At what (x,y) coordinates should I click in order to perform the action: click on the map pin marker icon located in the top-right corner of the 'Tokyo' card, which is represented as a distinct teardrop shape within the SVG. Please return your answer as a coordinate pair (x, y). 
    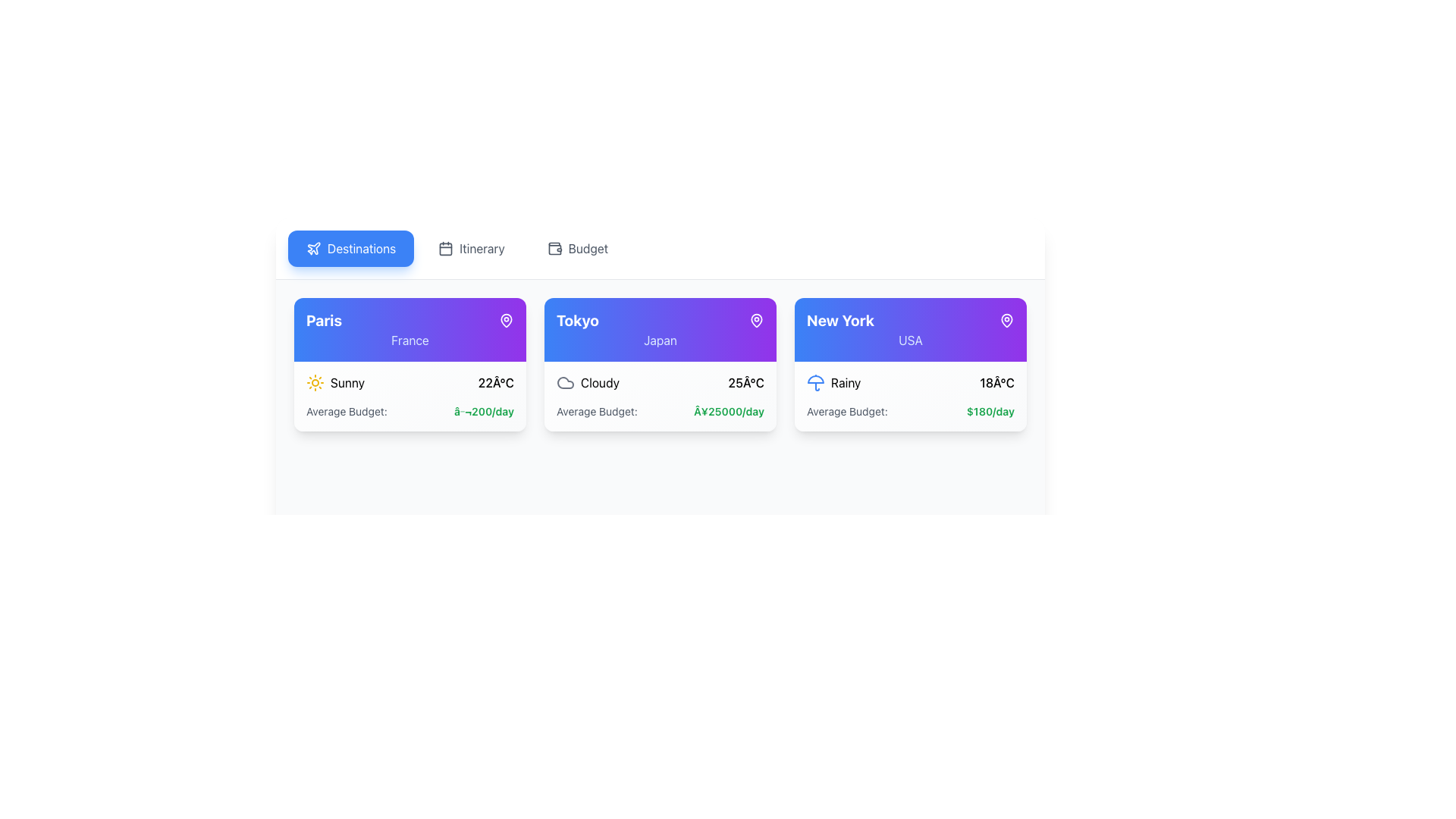
    Looking at the image, I should click on (757, 318).